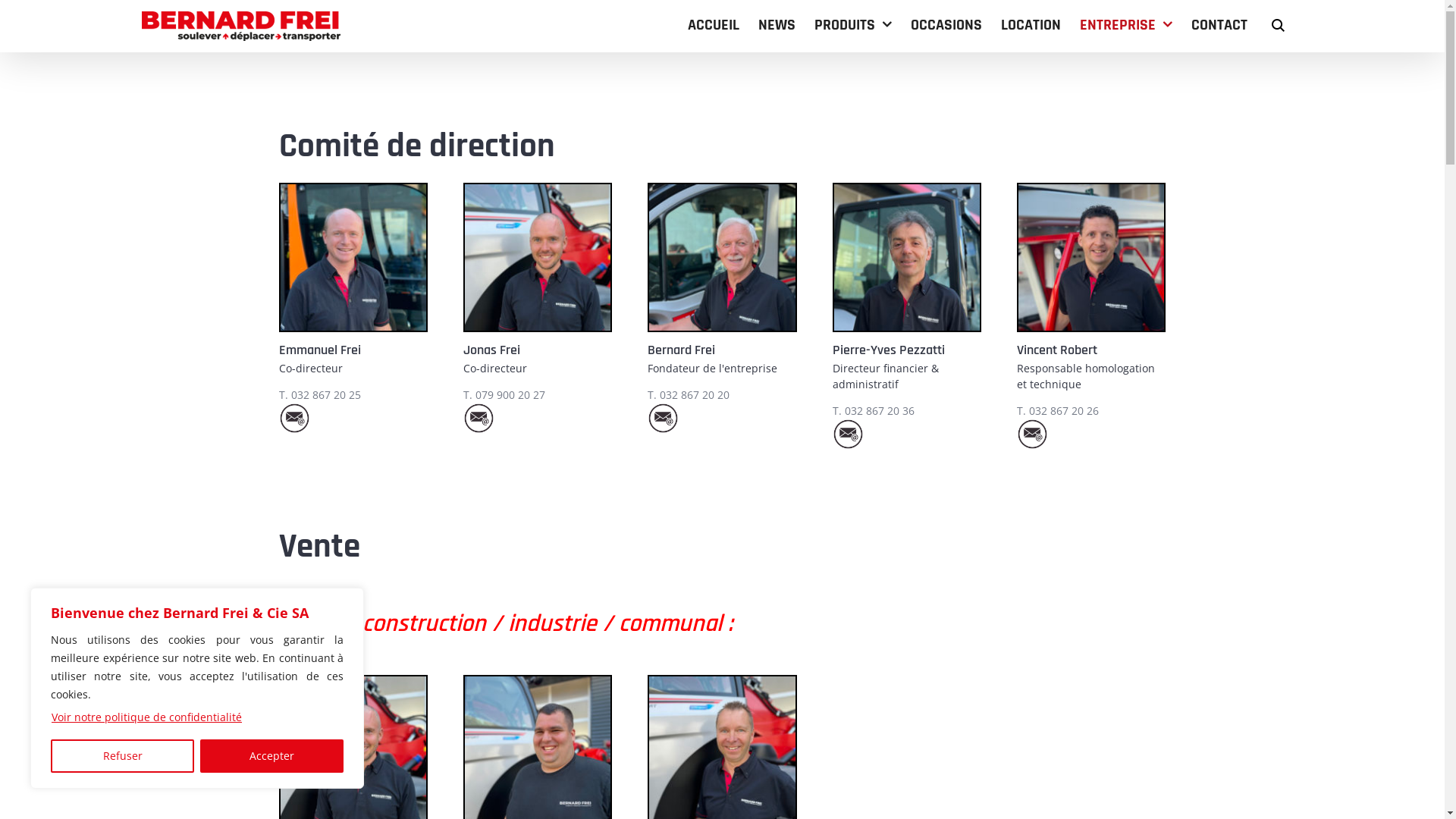 Image resolution: width=1456 pixels, height=819 pixels. I want to click on 'ENTREPRISE', so click(1125, 24).